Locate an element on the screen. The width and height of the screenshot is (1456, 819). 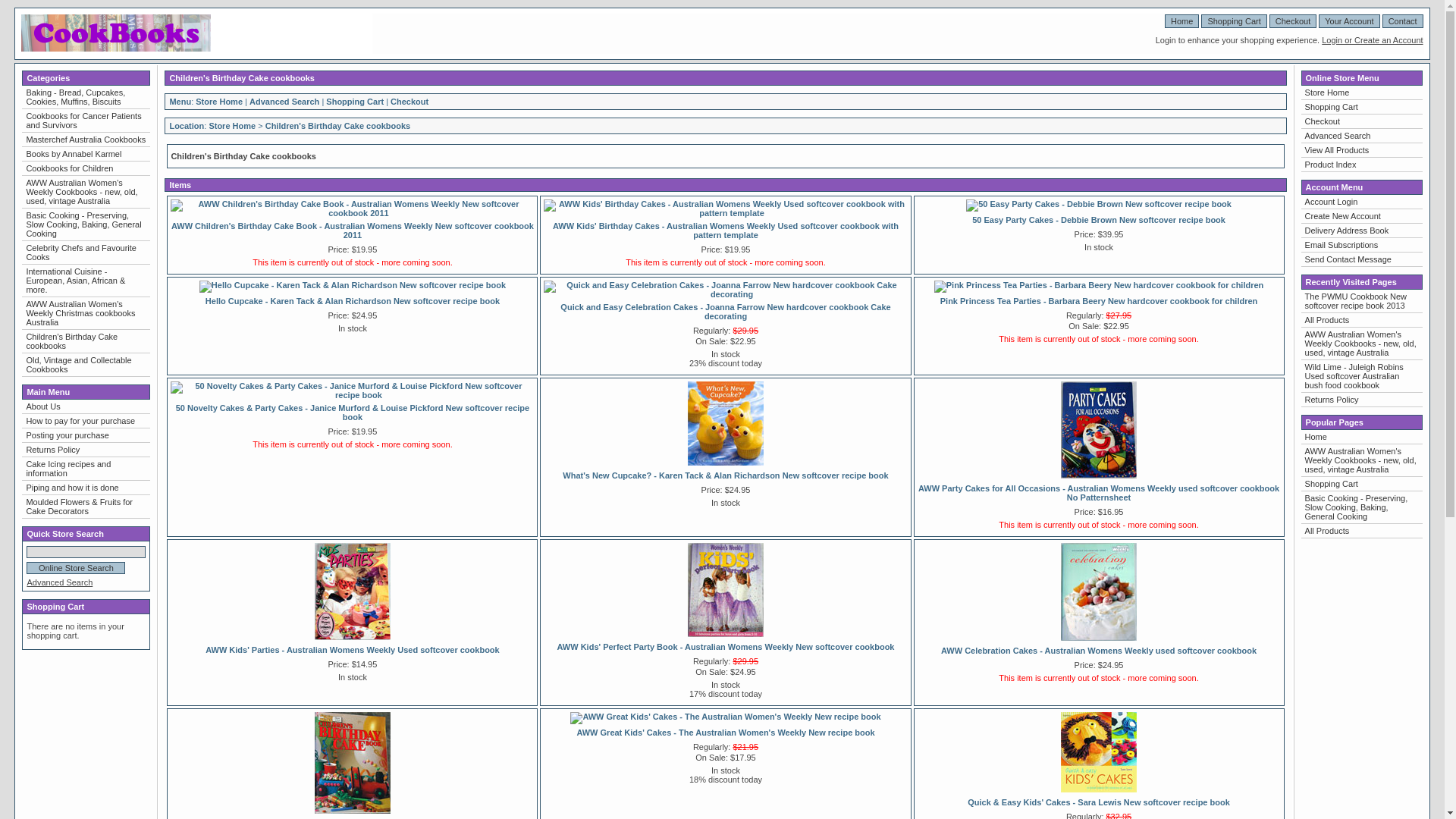
'Contact' is located at coordinates (1401, 20).